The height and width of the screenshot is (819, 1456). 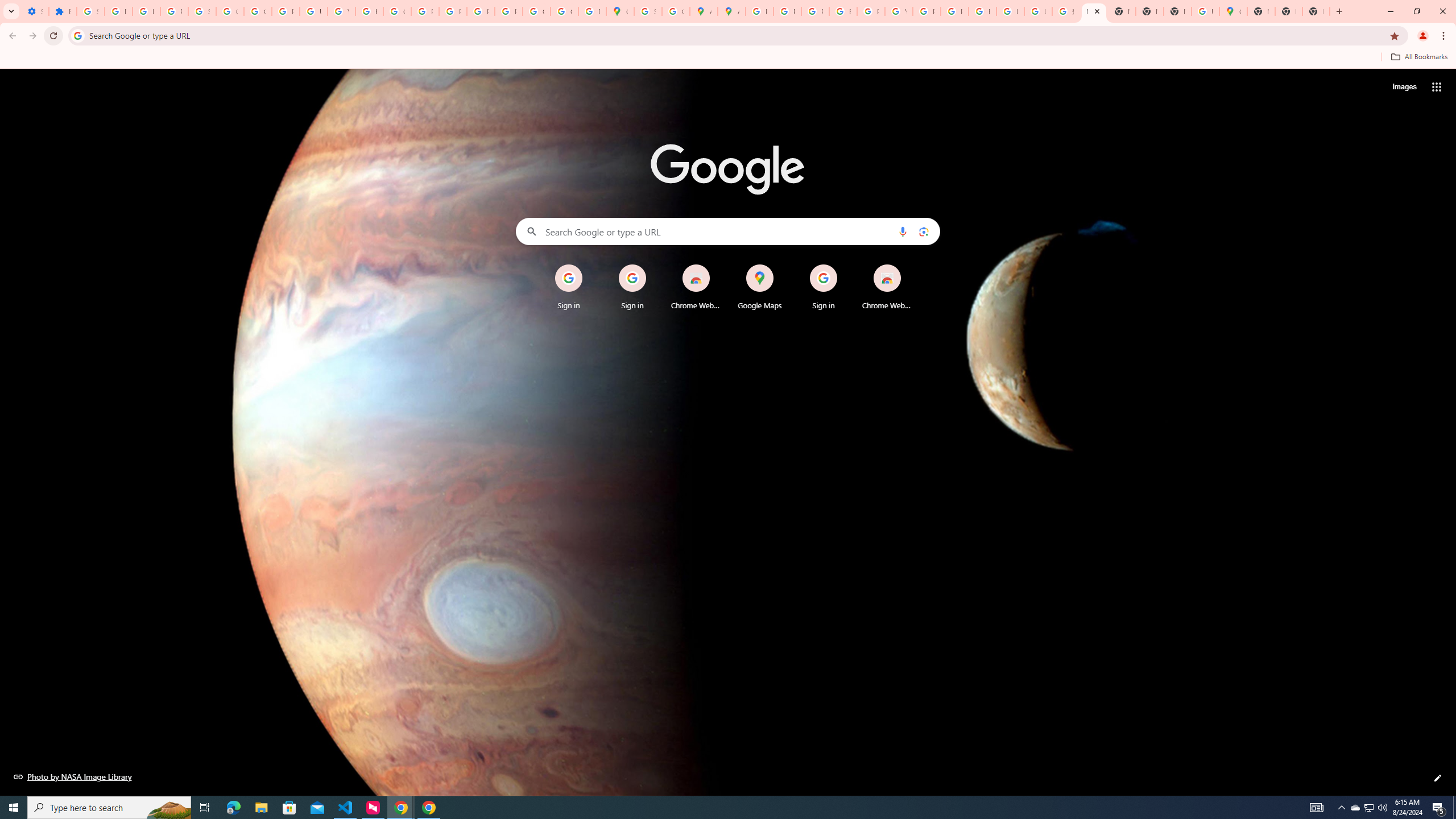 What do you see at coordinates (369, 11) in the screenshot?
I see `'https://scholar.google.com/'` at bounding box center [369, 11].